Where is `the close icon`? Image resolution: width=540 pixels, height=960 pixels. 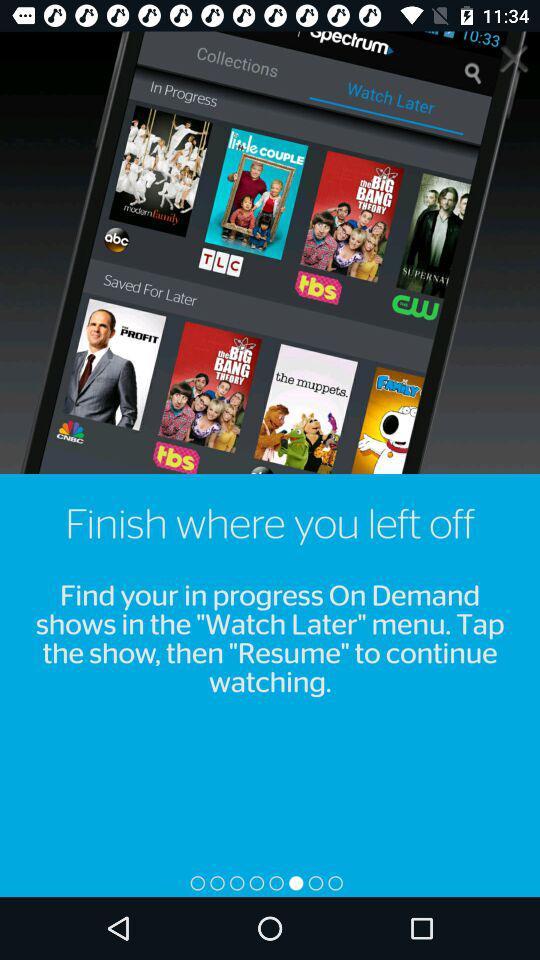 the close icon is located at coordinates (513, 56).